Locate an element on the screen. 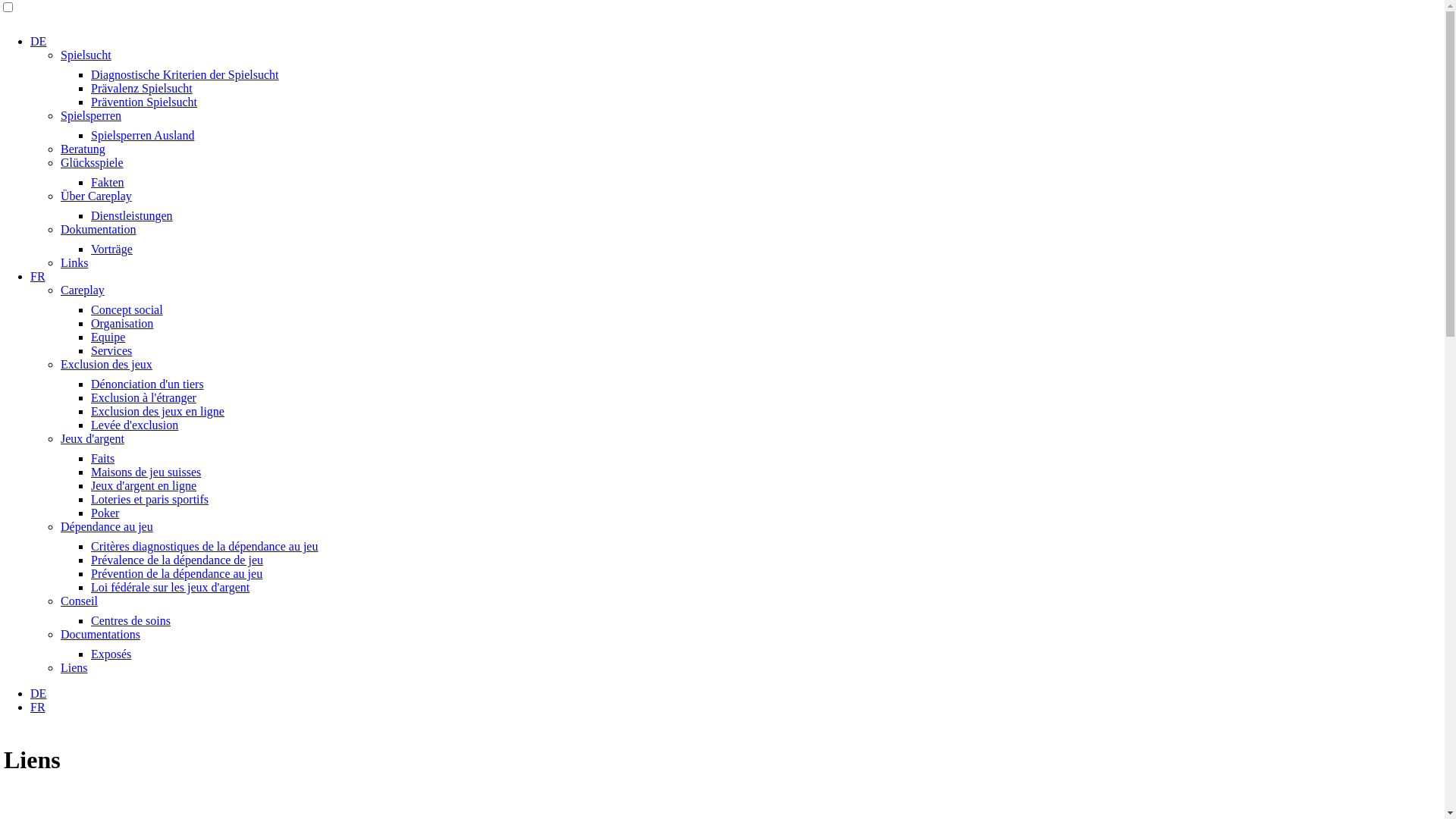 This screenshot has height=819, width=1456. 'Services' is located at coordinates (90, 350).